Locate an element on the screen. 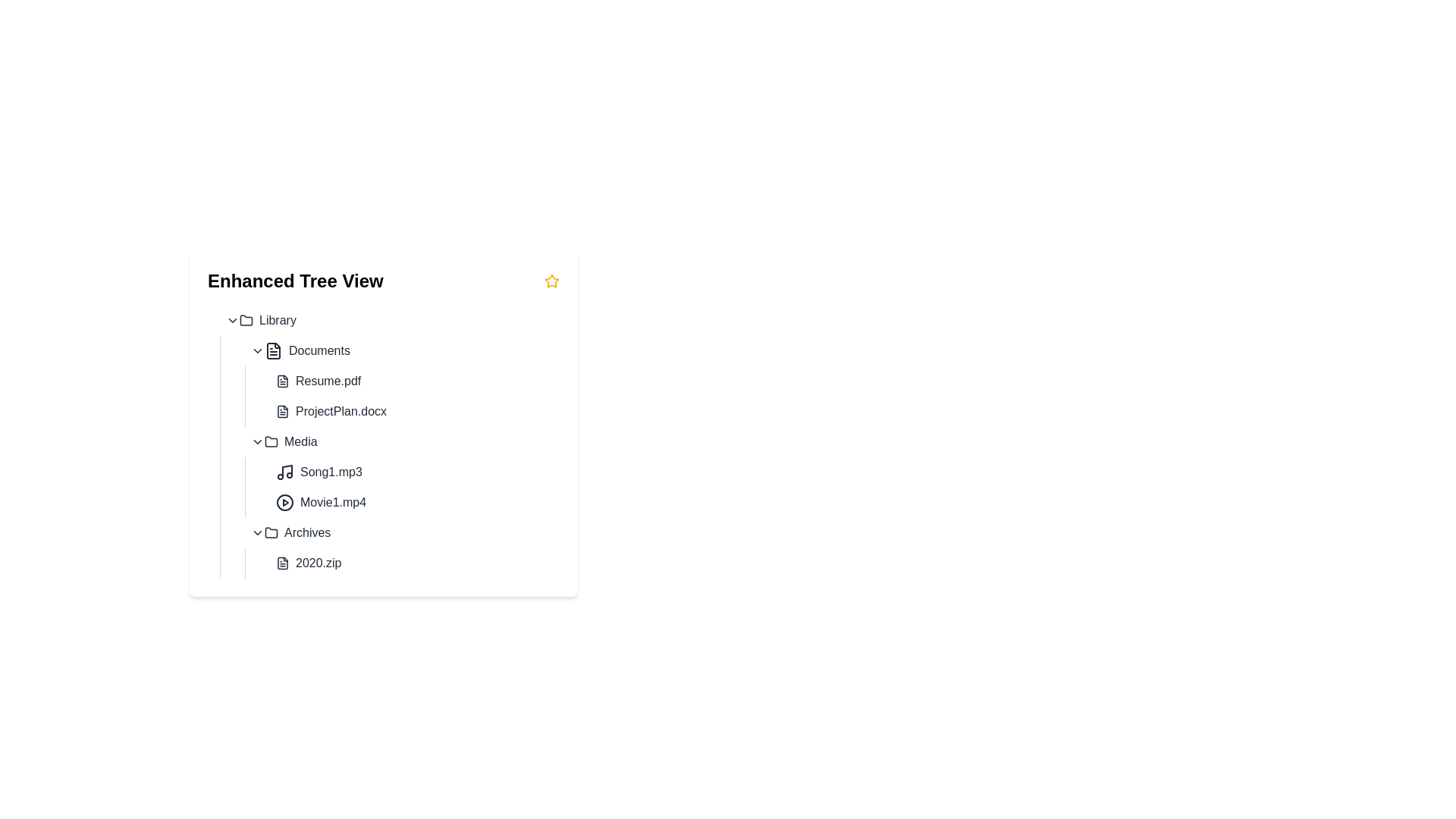 This screenshot has width=1456, height=819. on the file entry 'Song1.mp3' located under the 'Media' section in the directory listing is located at coordinates (402, 472).